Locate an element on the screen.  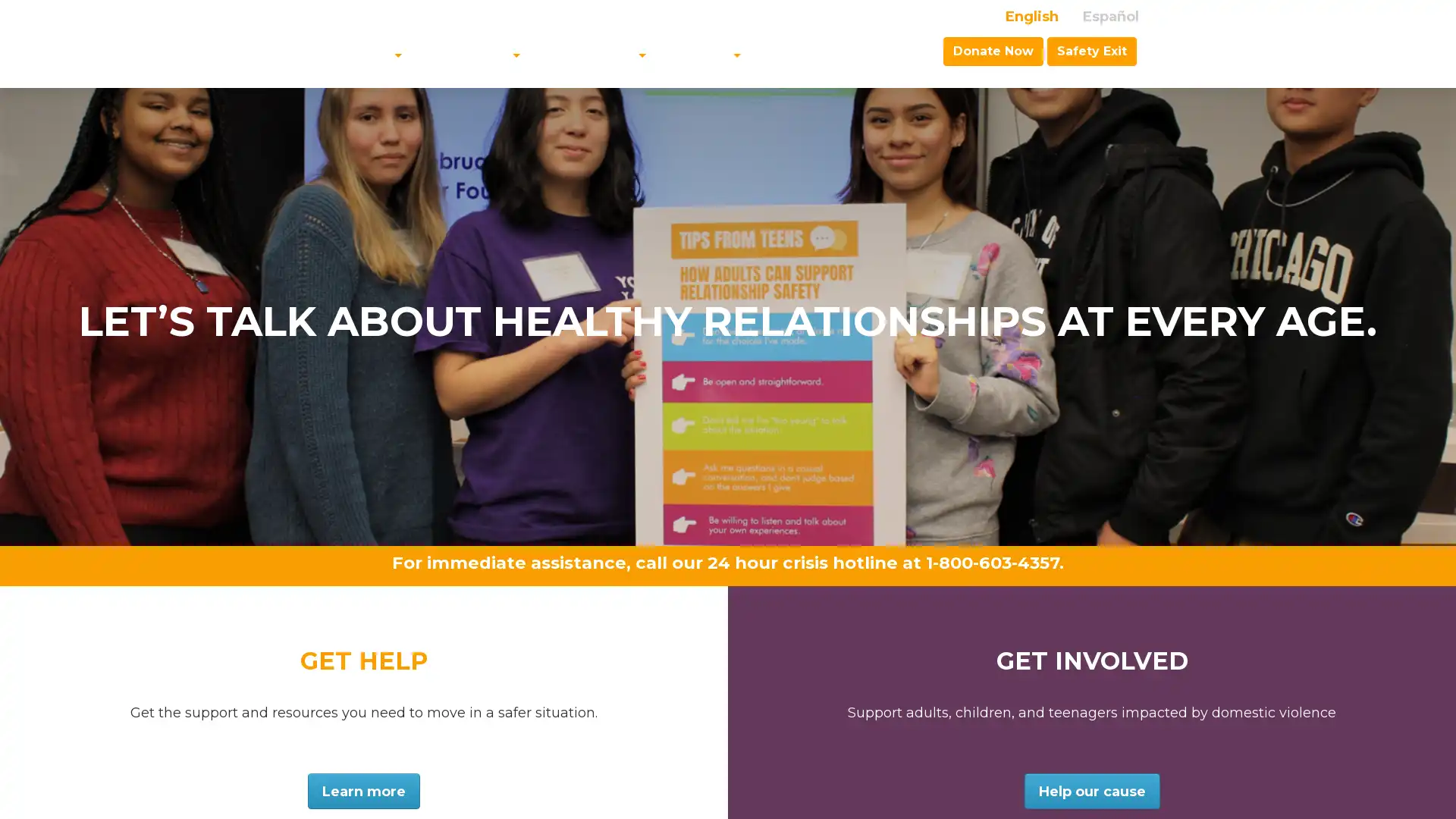
Donate Now is located at coordinates (993, 49).